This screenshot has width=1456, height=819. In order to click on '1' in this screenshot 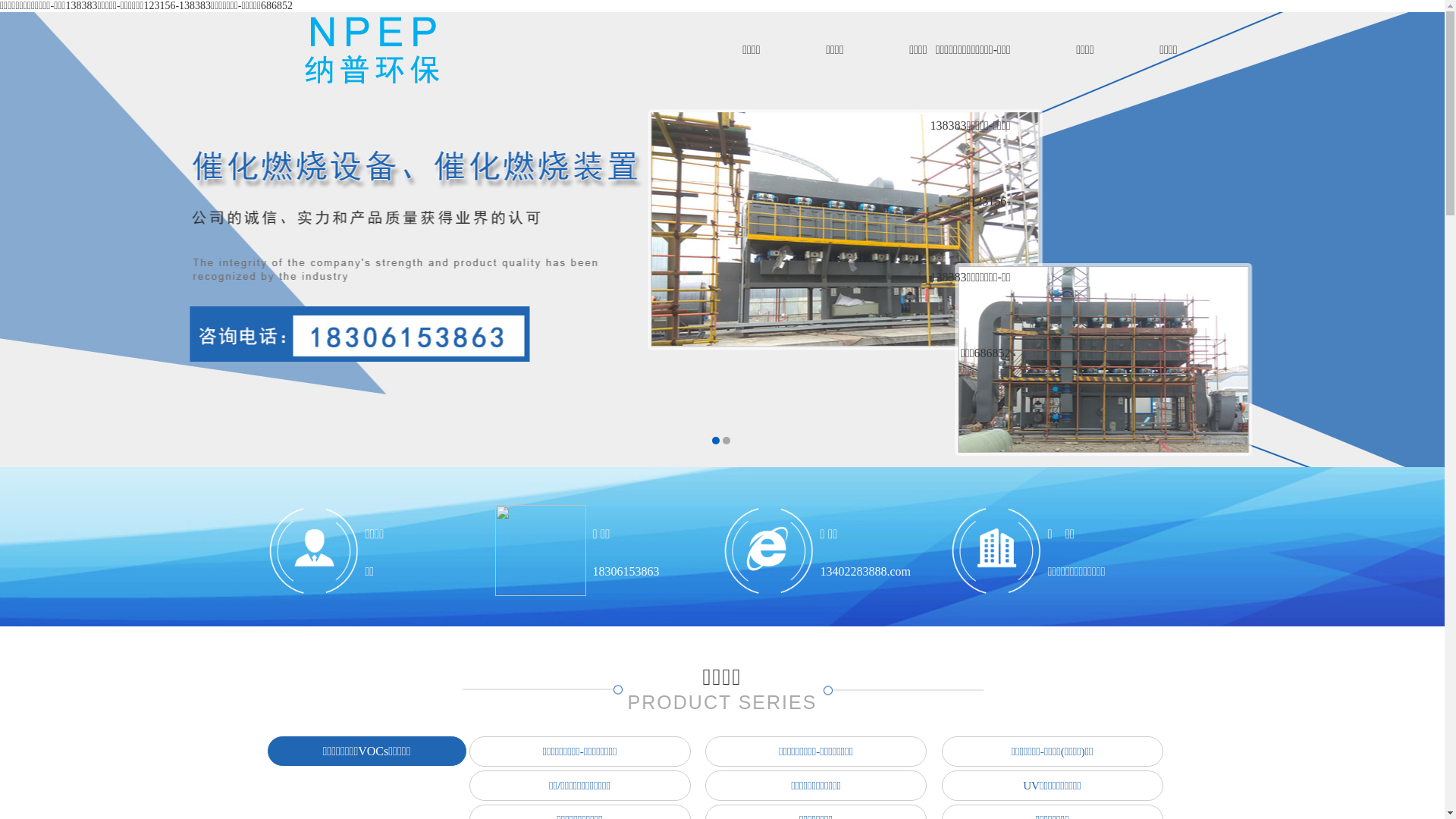, I will do `click(714, 441)`.